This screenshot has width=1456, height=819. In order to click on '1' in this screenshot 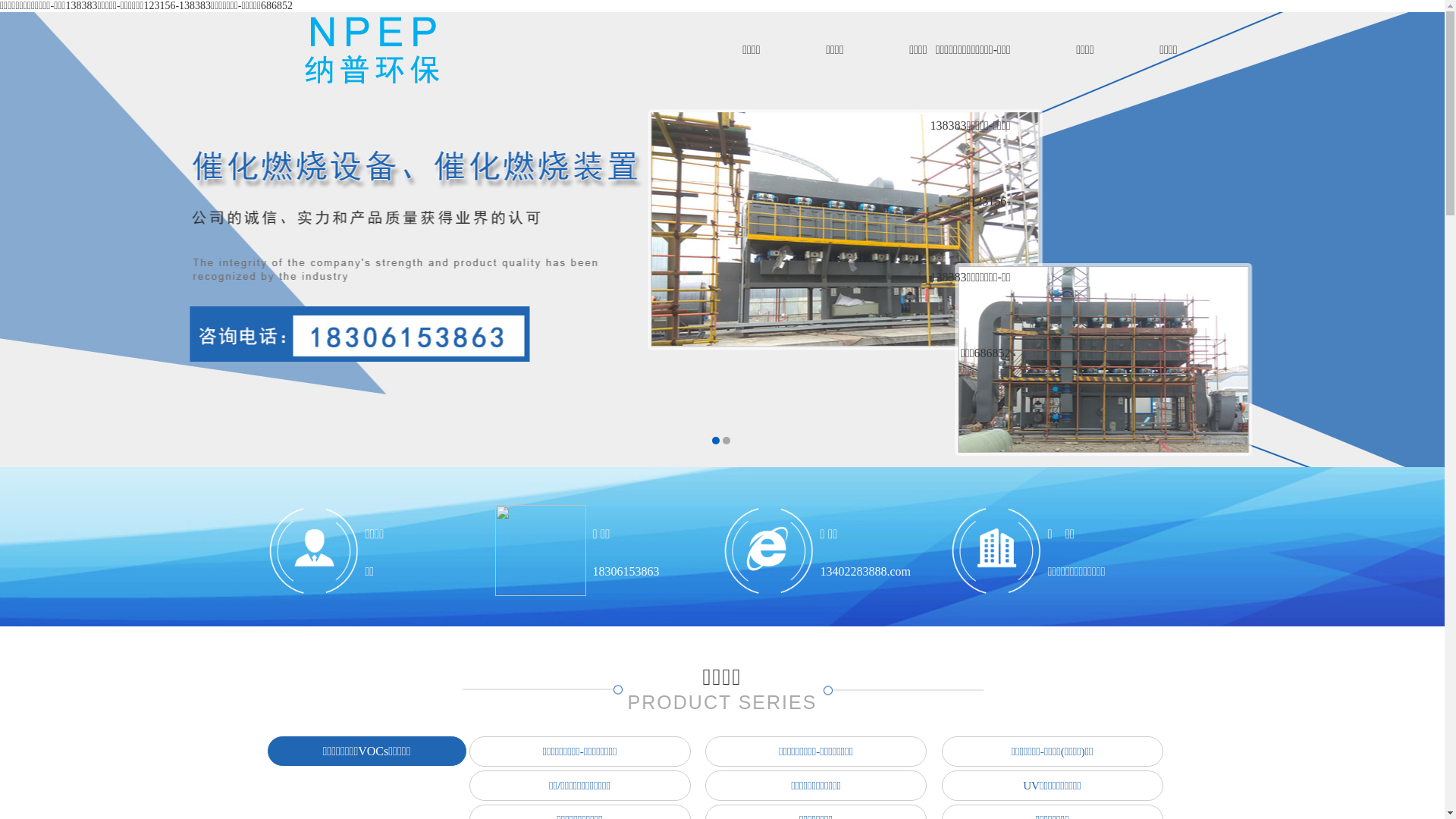, I will do `click(714, 441)`.